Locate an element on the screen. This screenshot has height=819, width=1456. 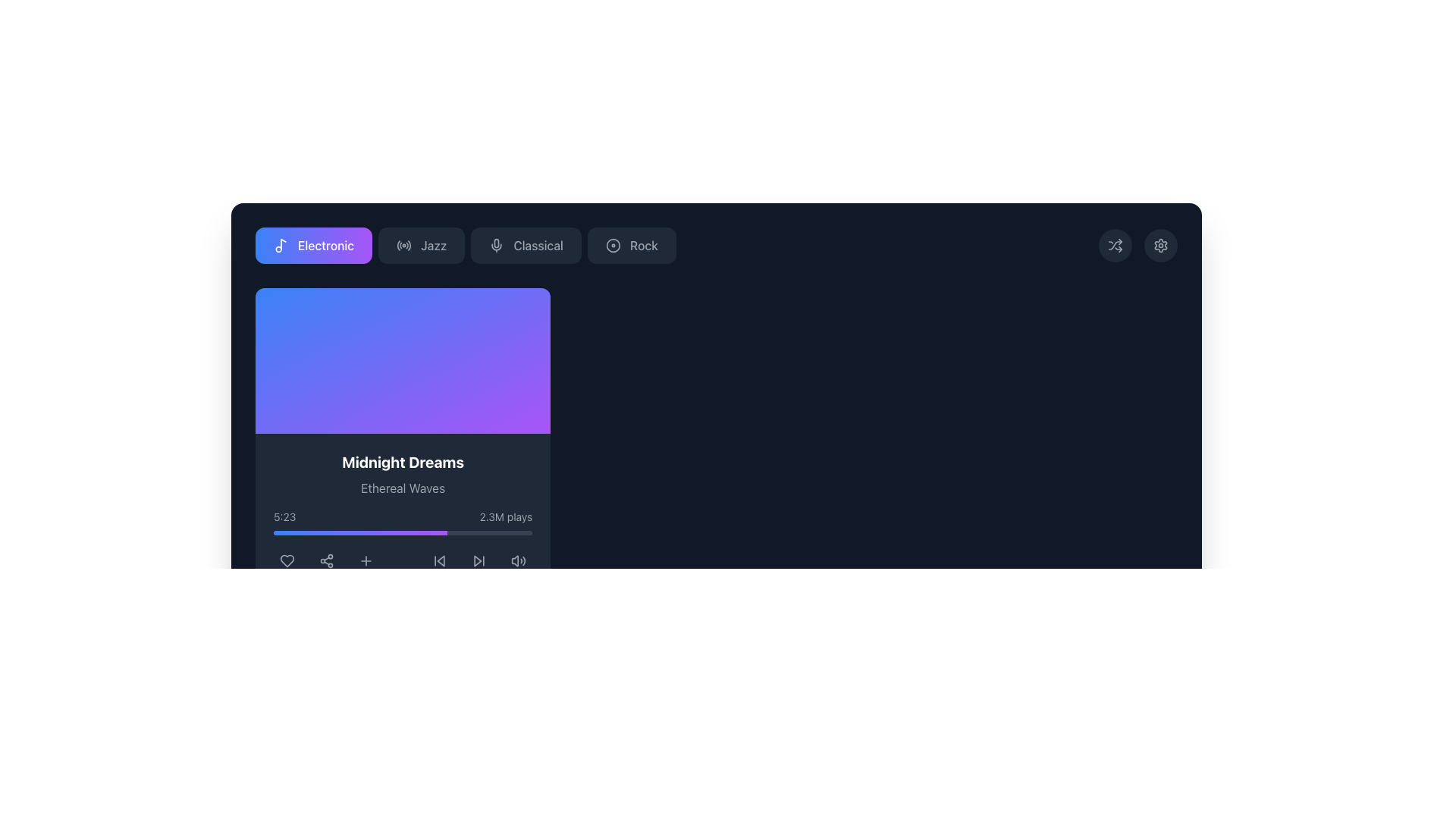
the text label displaying the duration of the music track is located at coordinates (284, 516).